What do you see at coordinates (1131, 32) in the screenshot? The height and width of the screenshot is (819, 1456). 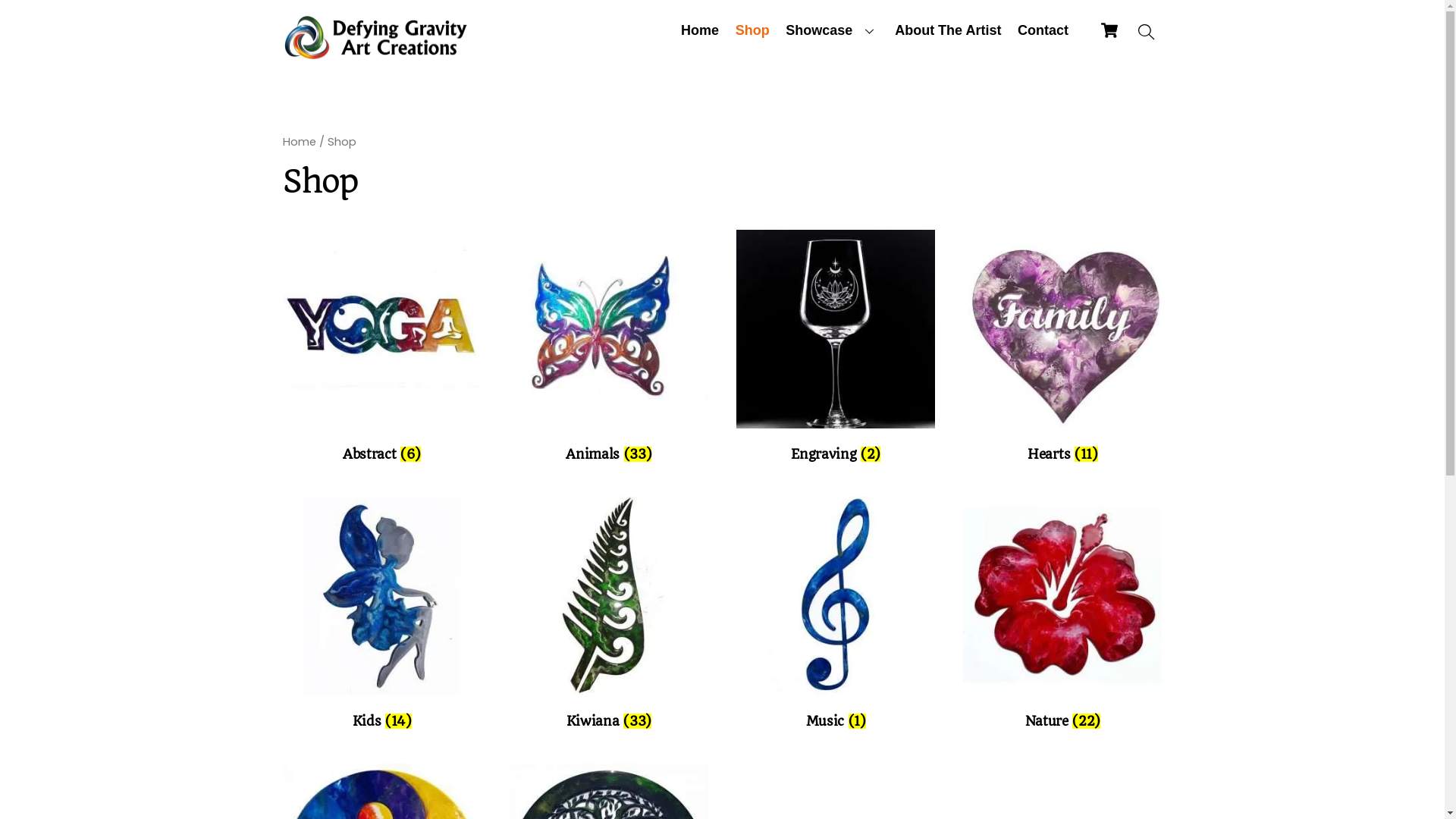 I see `'Search'` at bounding box center [1131, 32].